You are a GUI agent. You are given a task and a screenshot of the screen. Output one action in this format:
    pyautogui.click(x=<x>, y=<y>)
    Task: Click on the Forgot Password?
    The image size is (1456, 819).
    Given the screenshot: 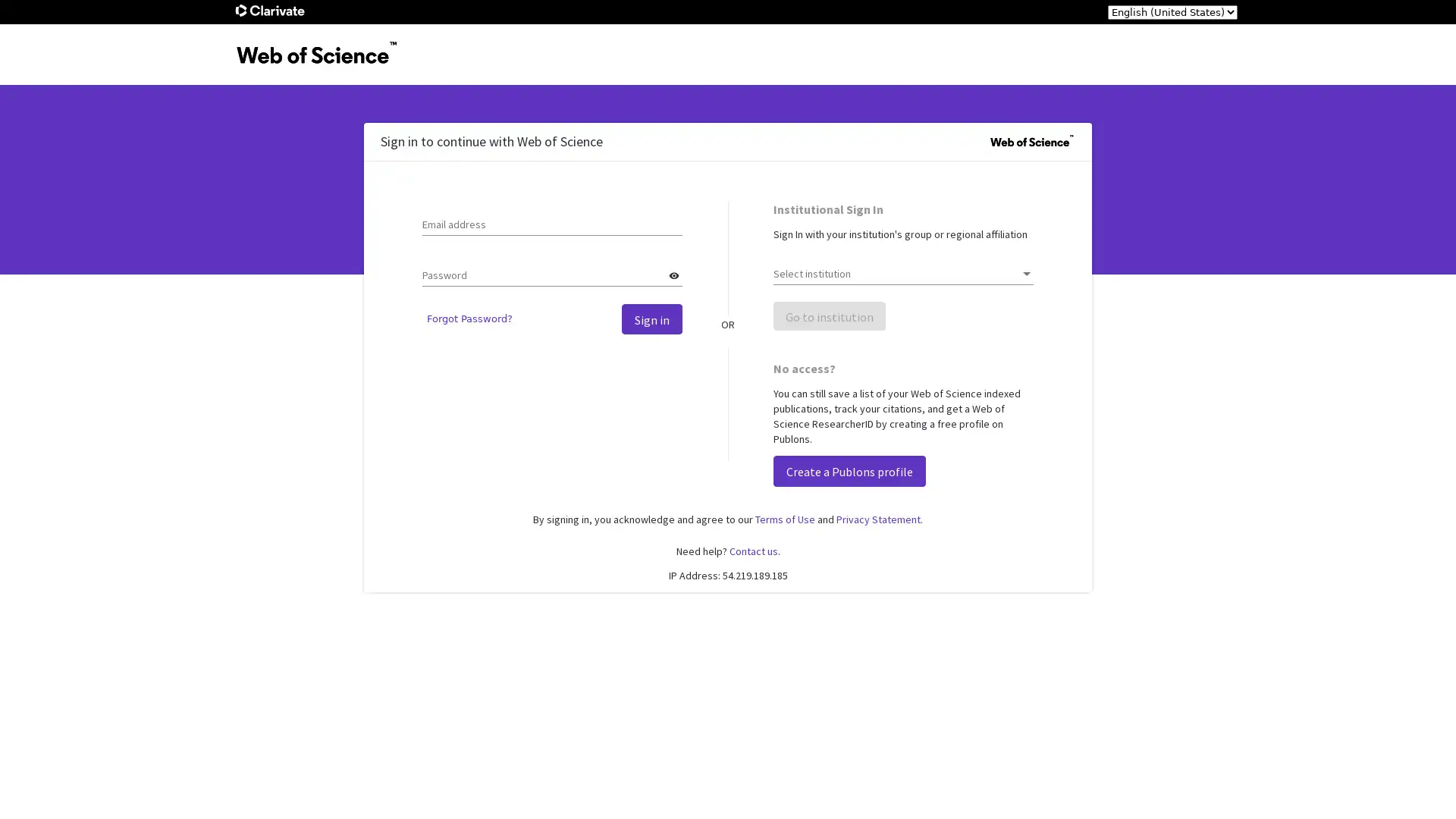 What is the action you would take?
    pyautogui.click(x=468, y=318)
    